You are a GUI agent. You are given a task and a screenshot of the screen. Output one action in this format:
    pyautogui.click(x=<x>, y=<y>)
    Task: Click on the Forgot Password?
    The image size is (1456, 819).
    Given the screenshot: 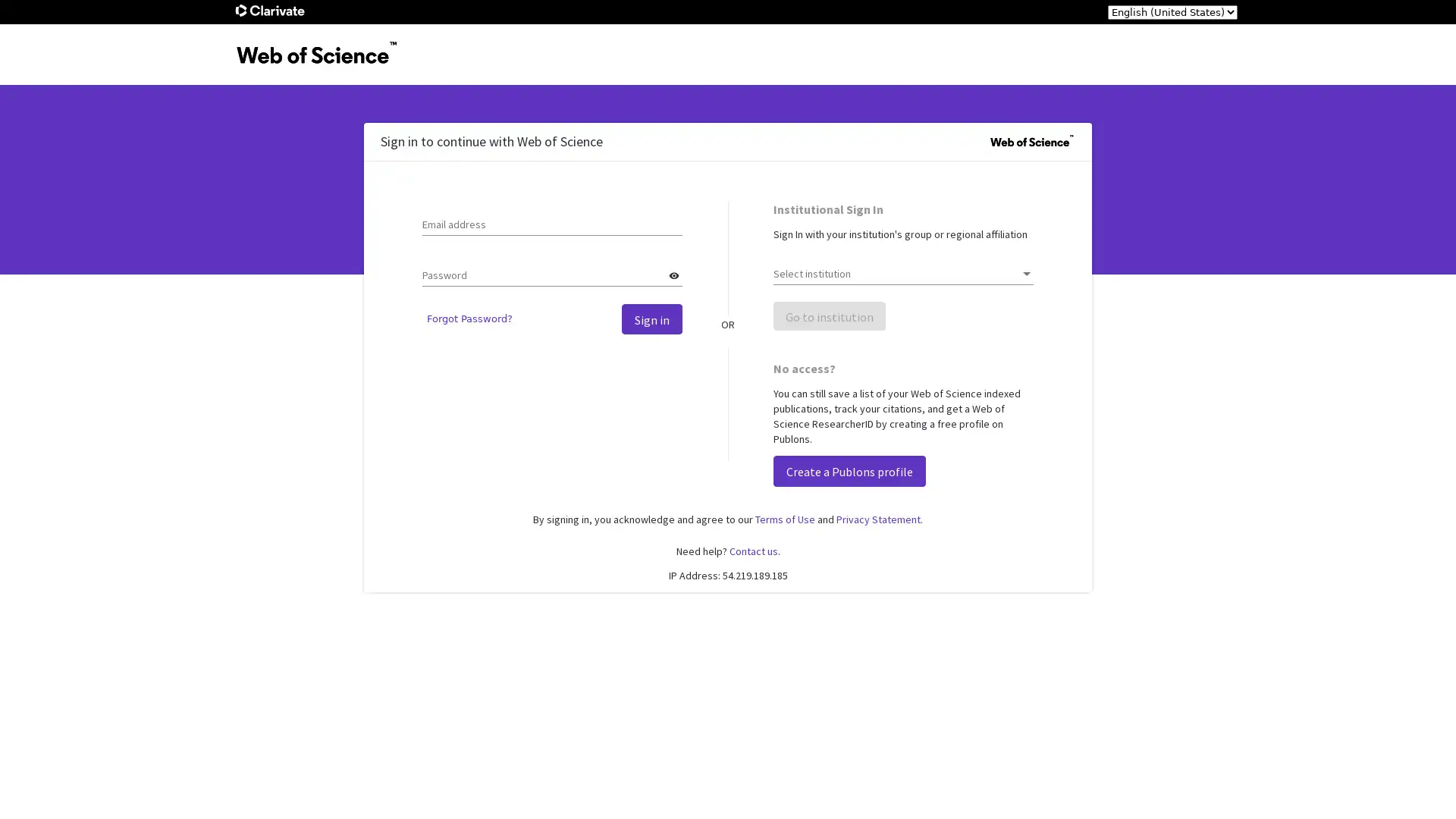 What is the action you would take?
    pyautogui.click(x=468, y=318)
    